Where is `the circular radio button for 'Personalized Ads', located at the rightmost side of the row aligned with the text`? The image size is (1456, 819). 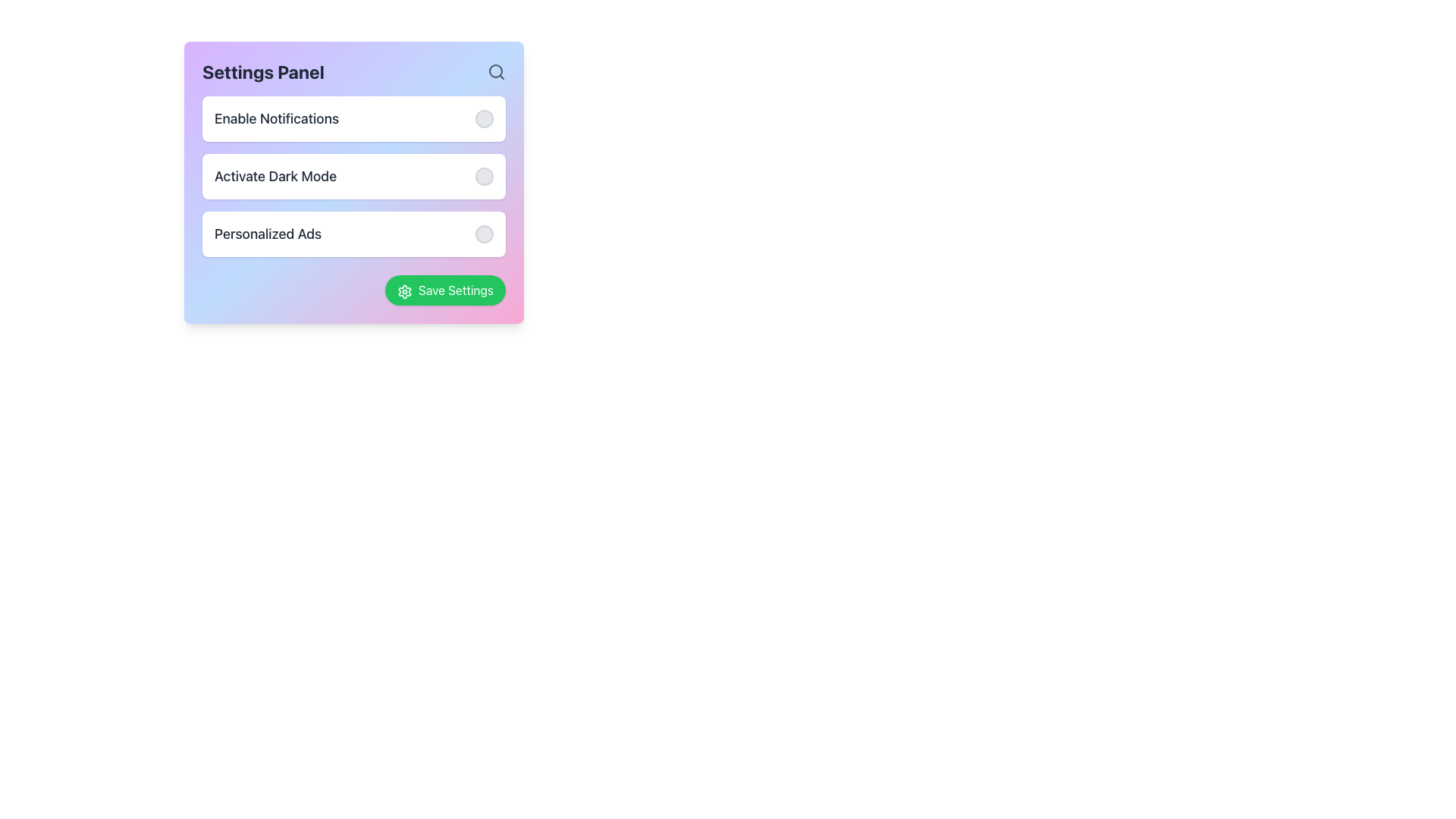 the circular radio button for 'Personalized Ads', located at the rightmost side of the row aligned with the text is located at coordinates (483, 234).